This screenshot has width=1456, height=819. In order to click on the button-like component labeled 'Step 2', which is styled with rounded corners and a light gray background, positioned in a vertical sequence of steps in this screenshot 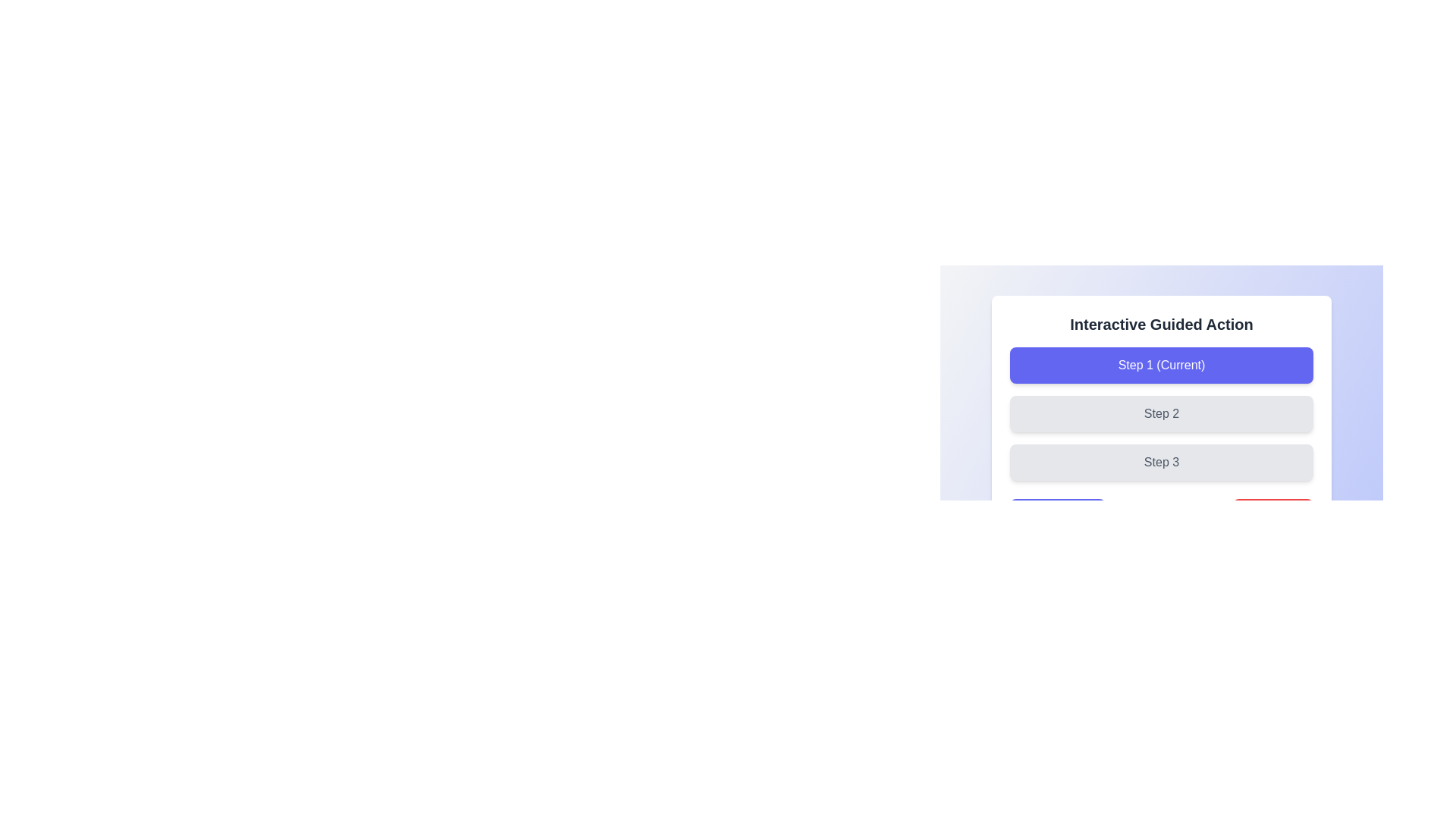, I will do `click(1160, 414)`.